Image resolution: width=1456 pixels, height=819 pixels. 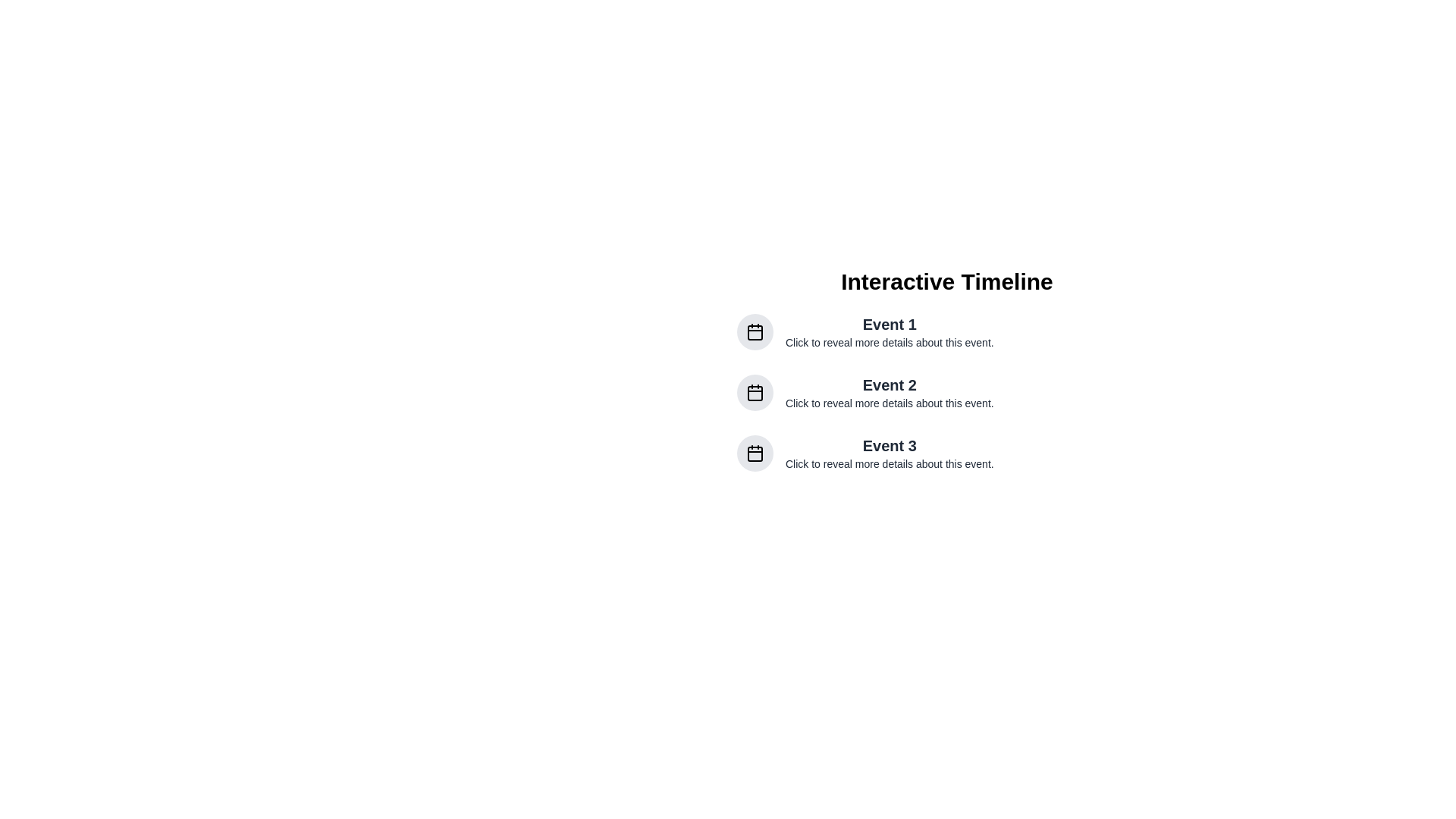 What do you see at coordinates (946, 452) in the screenshot?
I see `the list item labeled 'Event 3' to interact or expand details about this event` at bounding box center [946, 452].